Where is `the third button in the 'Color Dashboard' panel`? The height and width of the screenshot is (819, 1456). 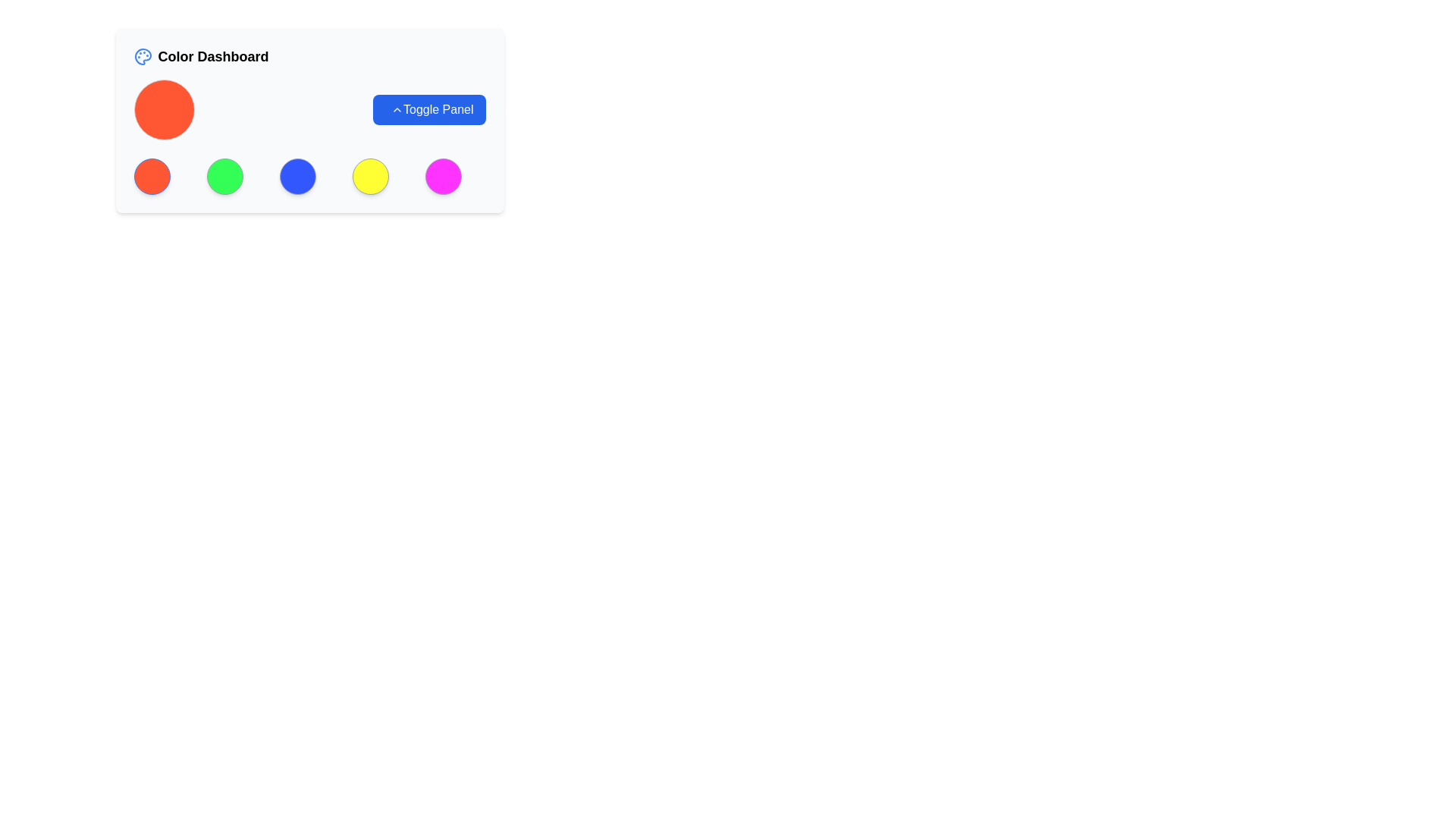 the third button in the 'Color Dashboard' panel is located at coordinates (309, 175).